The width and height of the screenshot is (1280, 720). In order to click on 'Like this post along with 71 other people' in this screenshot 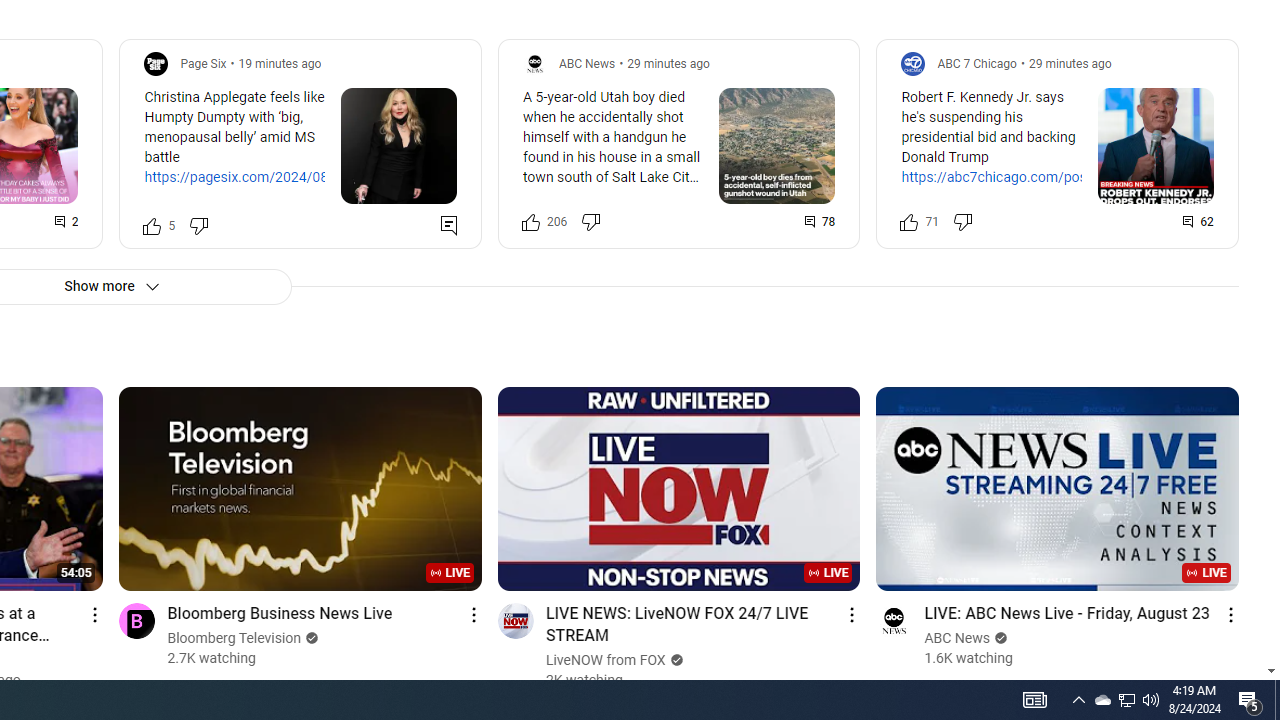, I will do `click(908, 221)`.